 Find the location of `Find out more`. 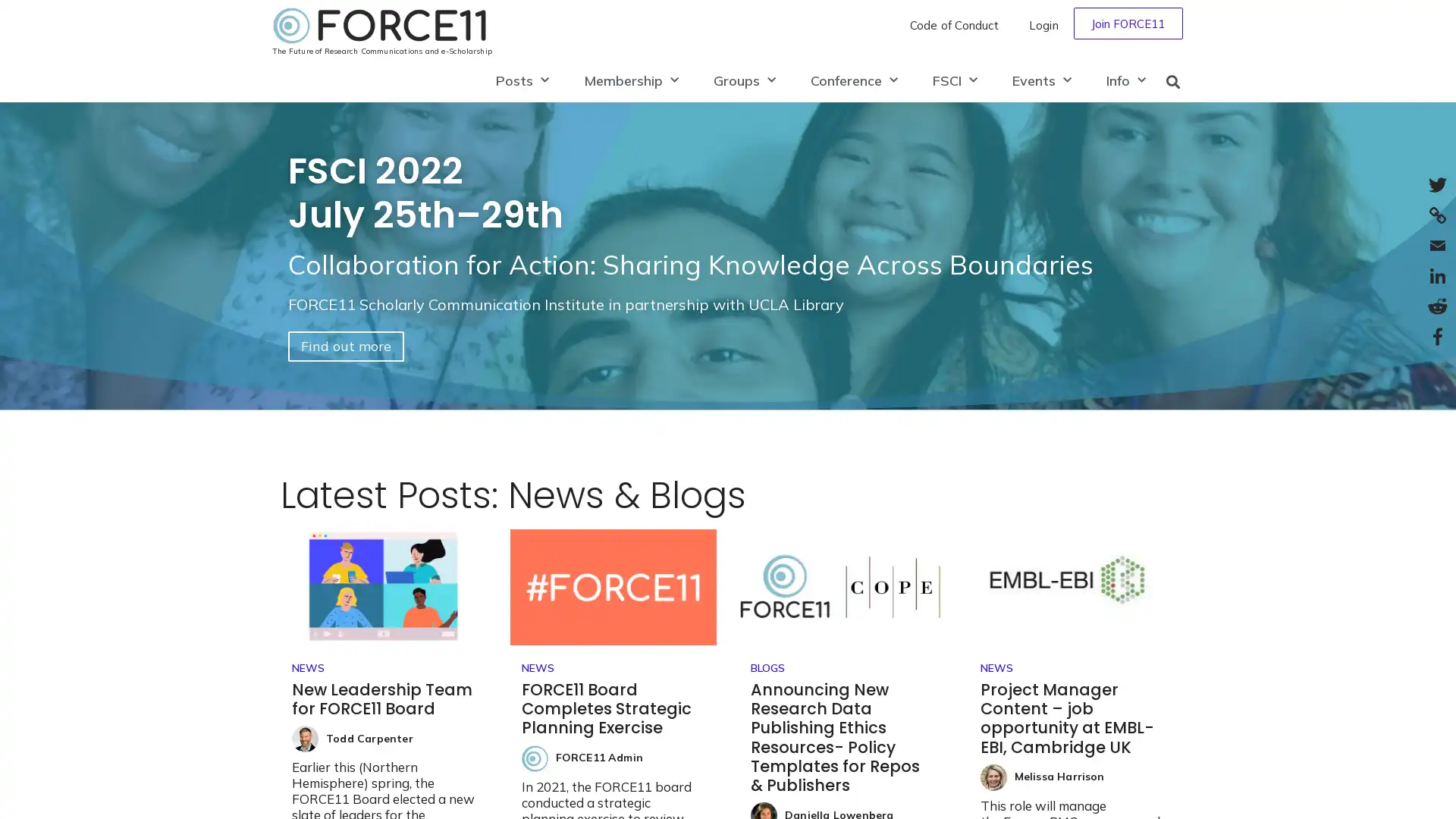

Find out more is located at coordinates (345, 346).